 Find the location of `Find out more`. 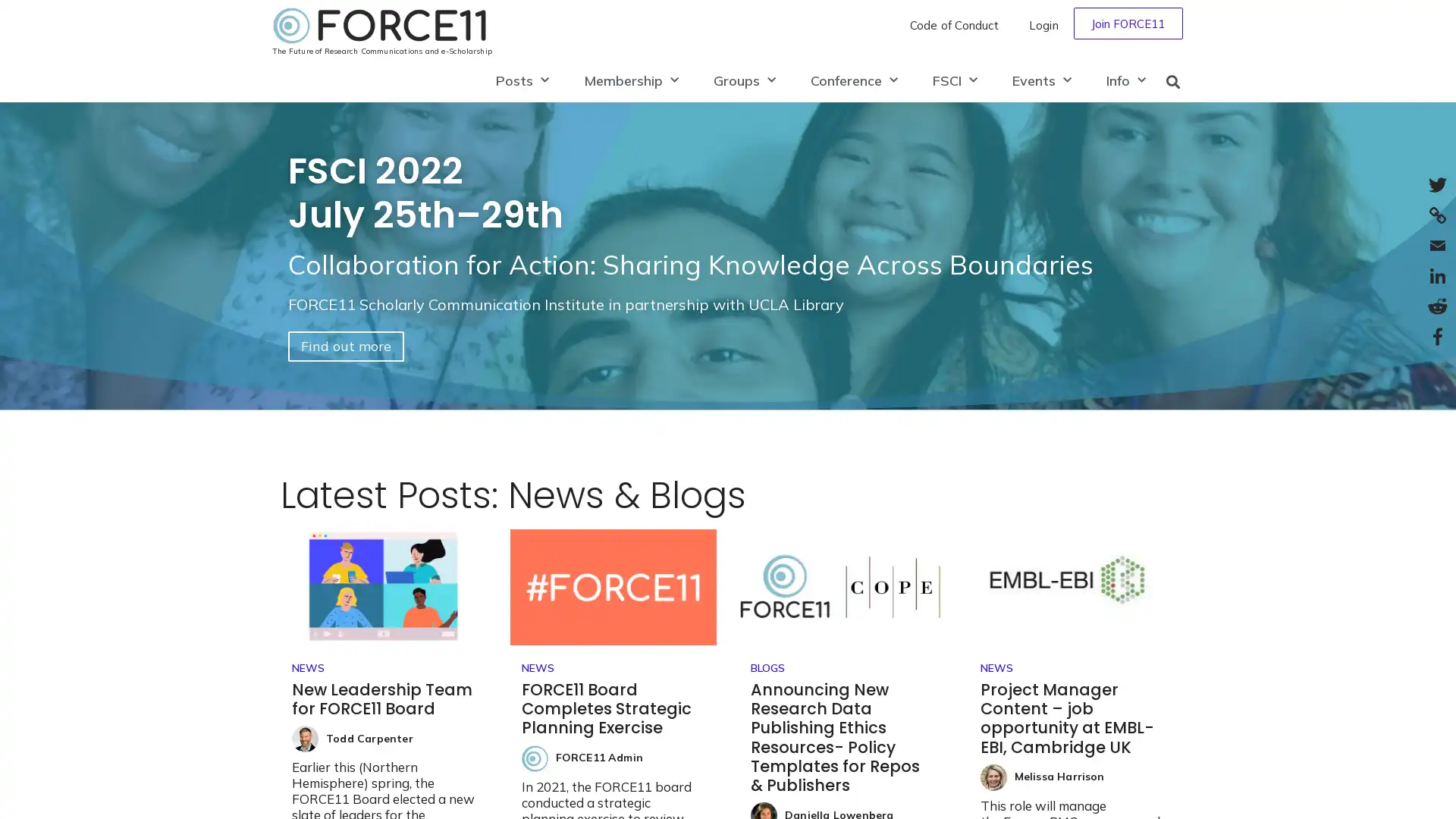

Find out more is located at coordinates (345, 346).